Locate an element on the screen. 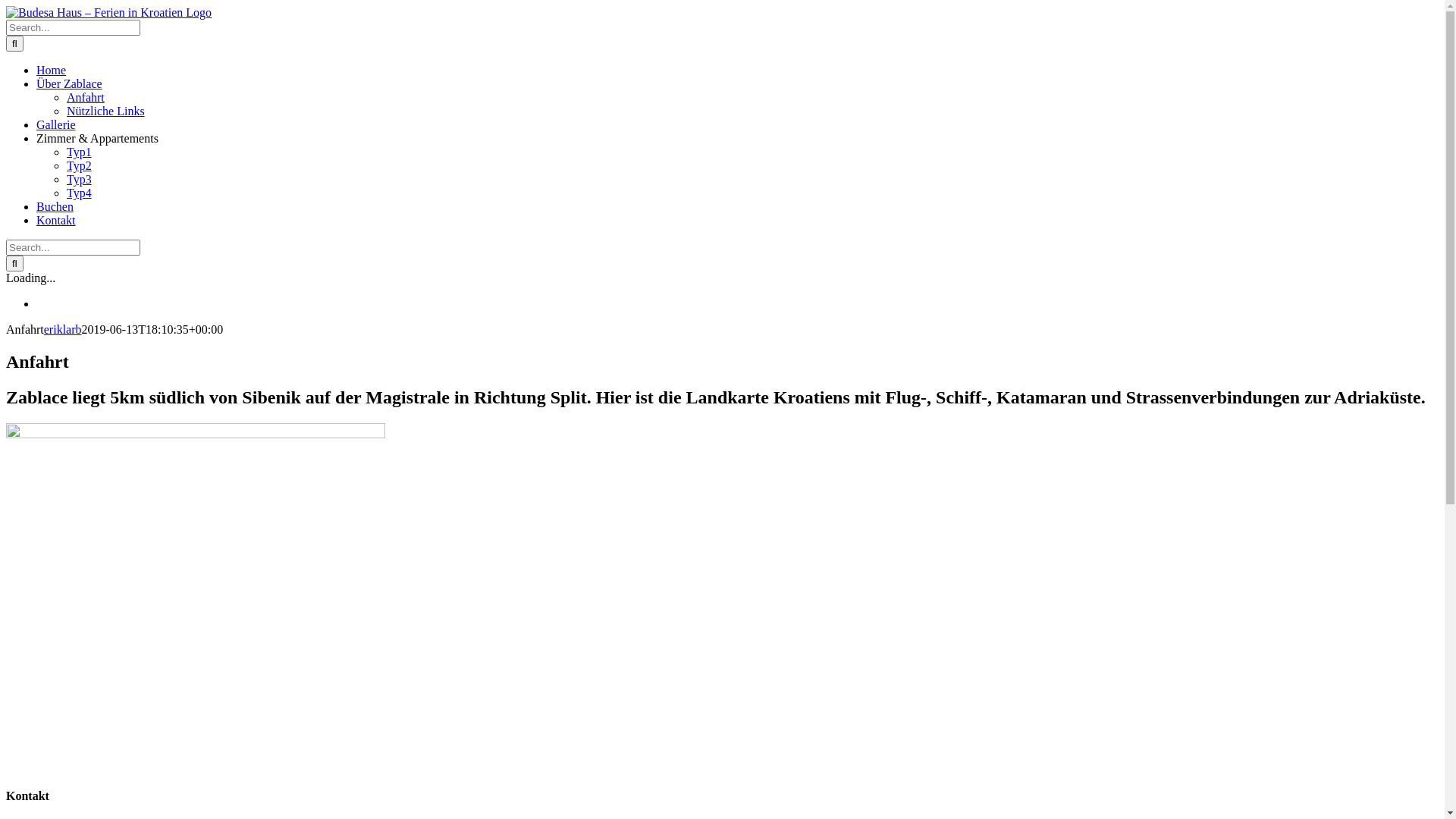 The image size is (1456, 819). 'Kontakt' is located at coordinates (55, 220).